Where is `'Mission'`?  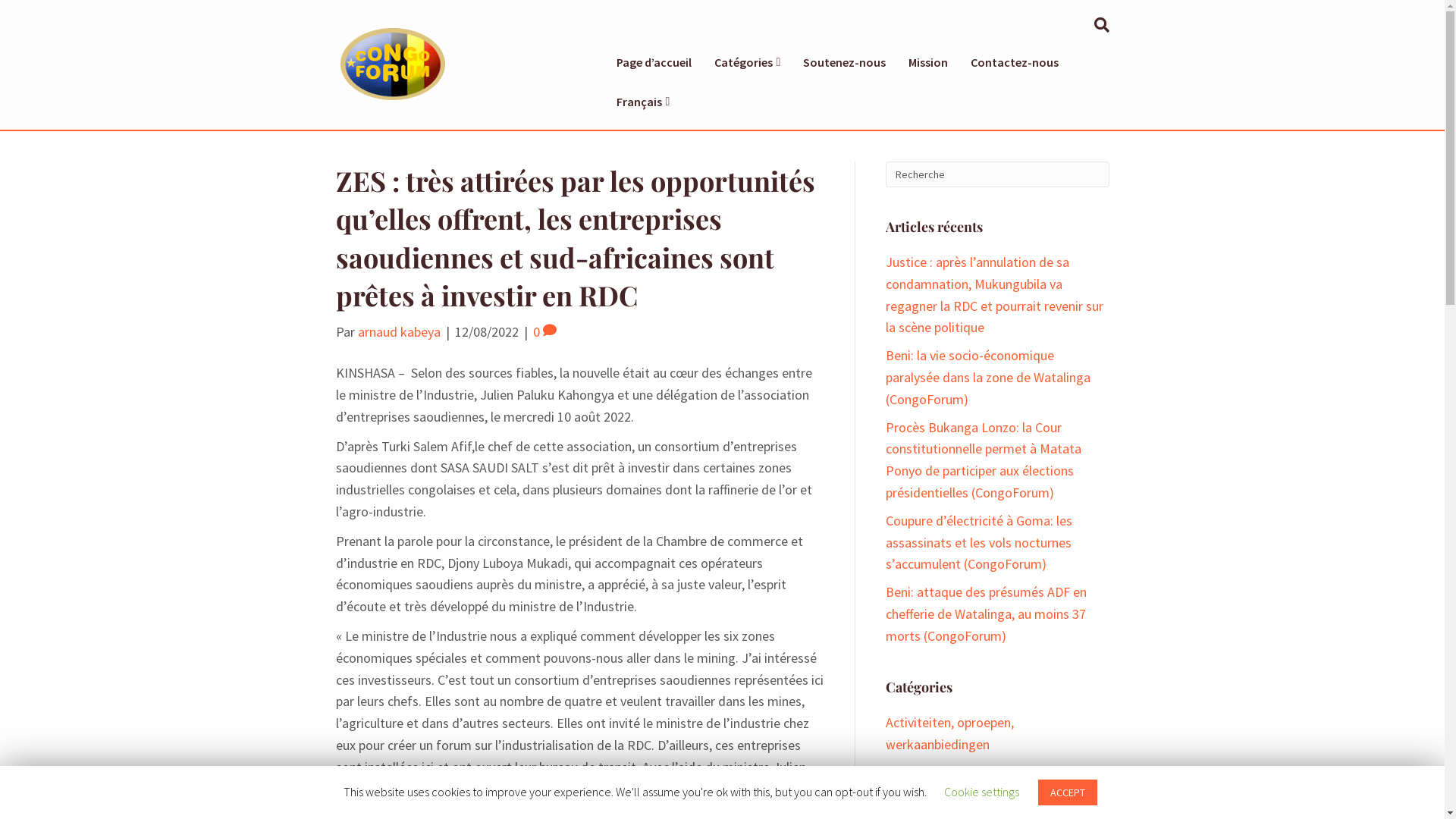
'Mission' is located at coordinates (927, 61).